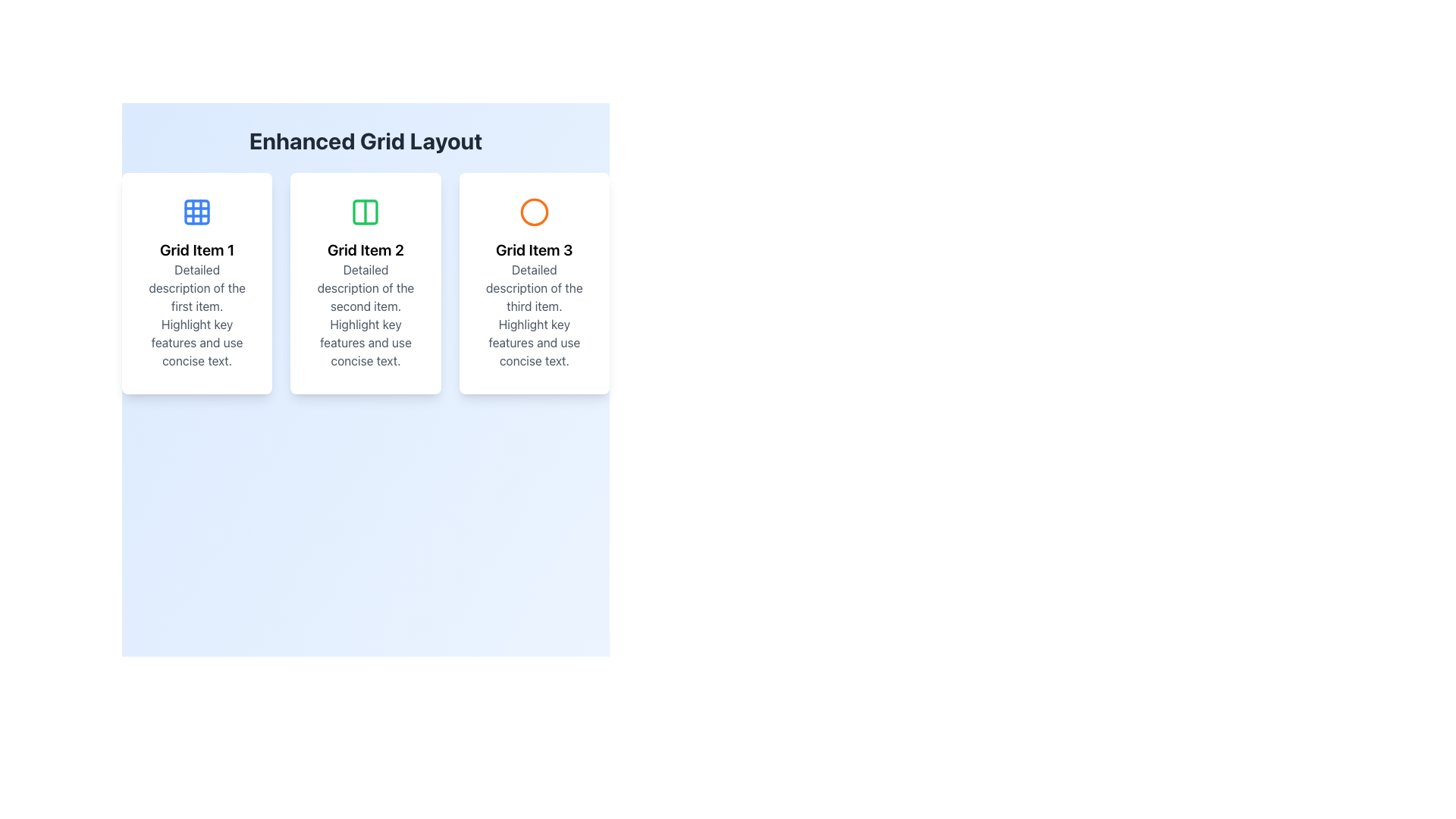 The width and height of the screenshot is (1456, 819). What do you see at coordinates (534, 212) in the screenshot?
I see `the circular icon outline with an orange stroke, located above the text 'Grid Item 3' in the panel` at bounding box center [534, 212].